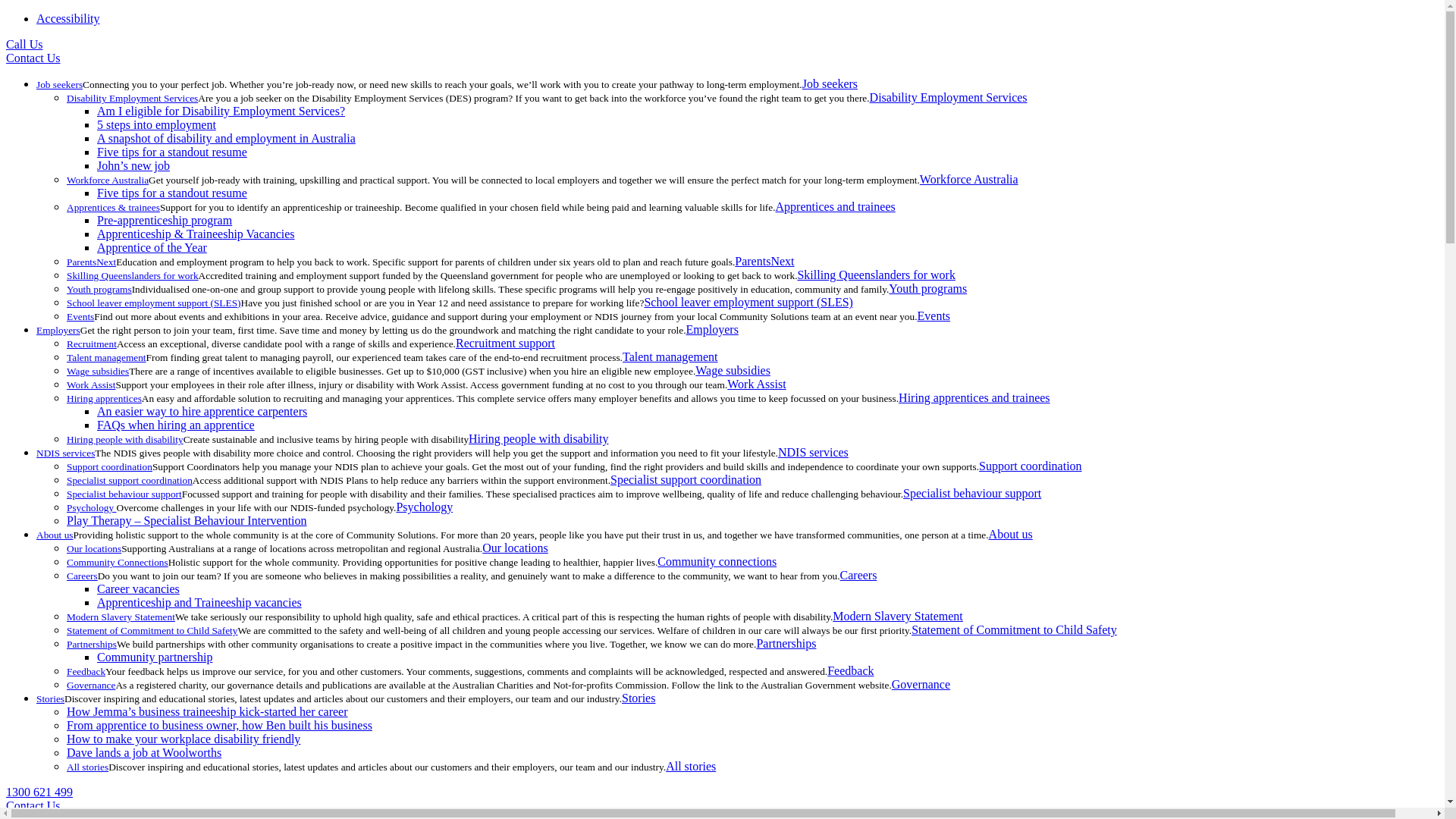 The image size is (1456, 819). I want to click on 'Recruitment support', so click(505, 343).